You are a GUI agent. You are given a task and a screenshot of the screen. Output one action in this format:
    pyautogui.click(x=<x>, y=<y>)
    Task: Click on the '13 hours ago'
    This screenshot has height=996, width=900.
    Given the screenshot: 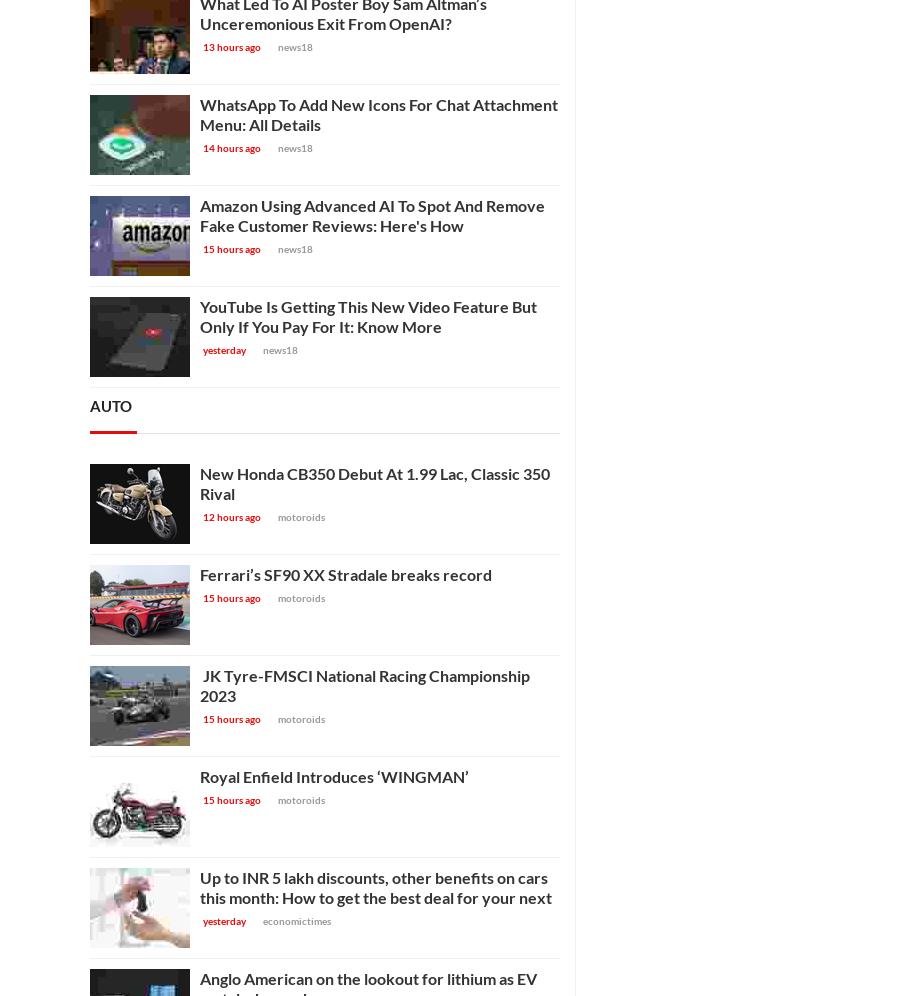 What is the action you would take?
    pyautogui.click(x=231, y=46)
    